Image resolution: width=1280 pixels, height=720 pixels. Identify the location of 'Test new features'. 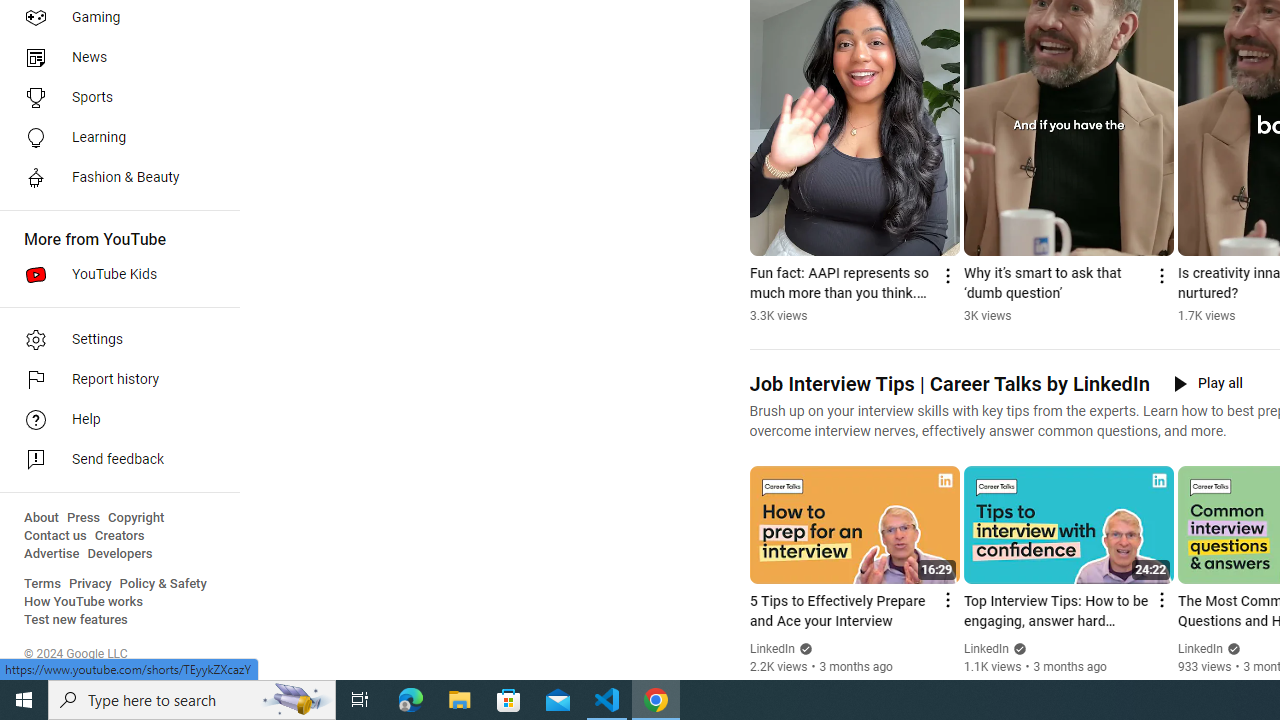
(76, 619).